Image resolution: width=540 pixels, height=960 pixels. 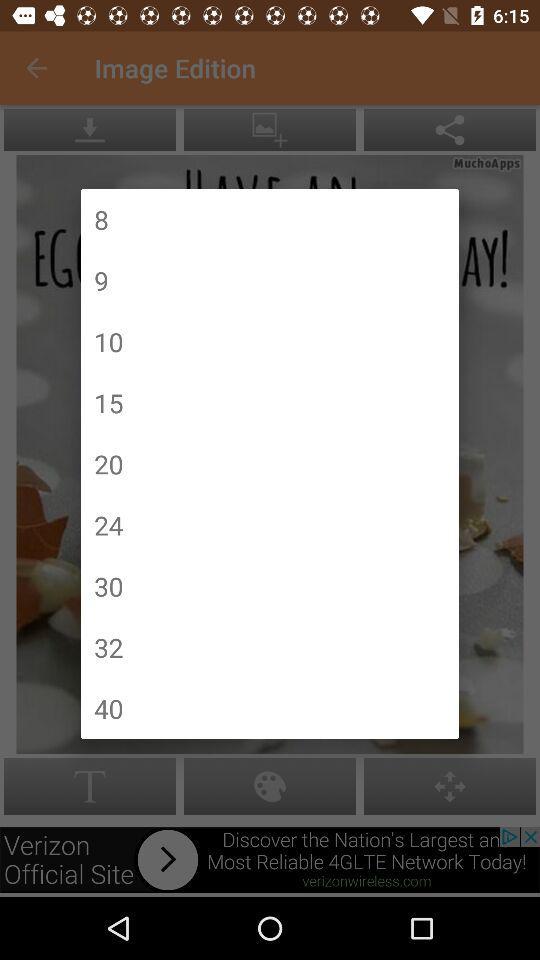 I want to click on icon below the 15 icon, so click(x=108, y=464).